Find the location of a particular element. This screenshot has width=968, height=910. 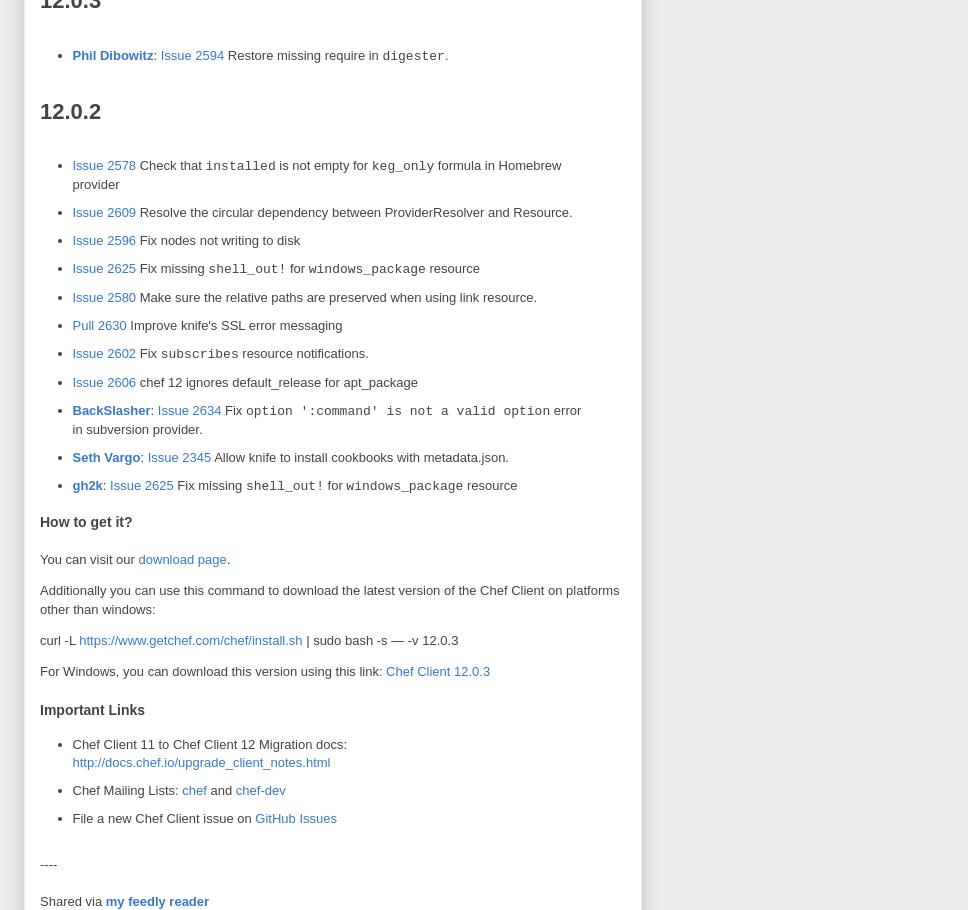

'Chef Client 12.0.3' is located at coordinates (385, 669).